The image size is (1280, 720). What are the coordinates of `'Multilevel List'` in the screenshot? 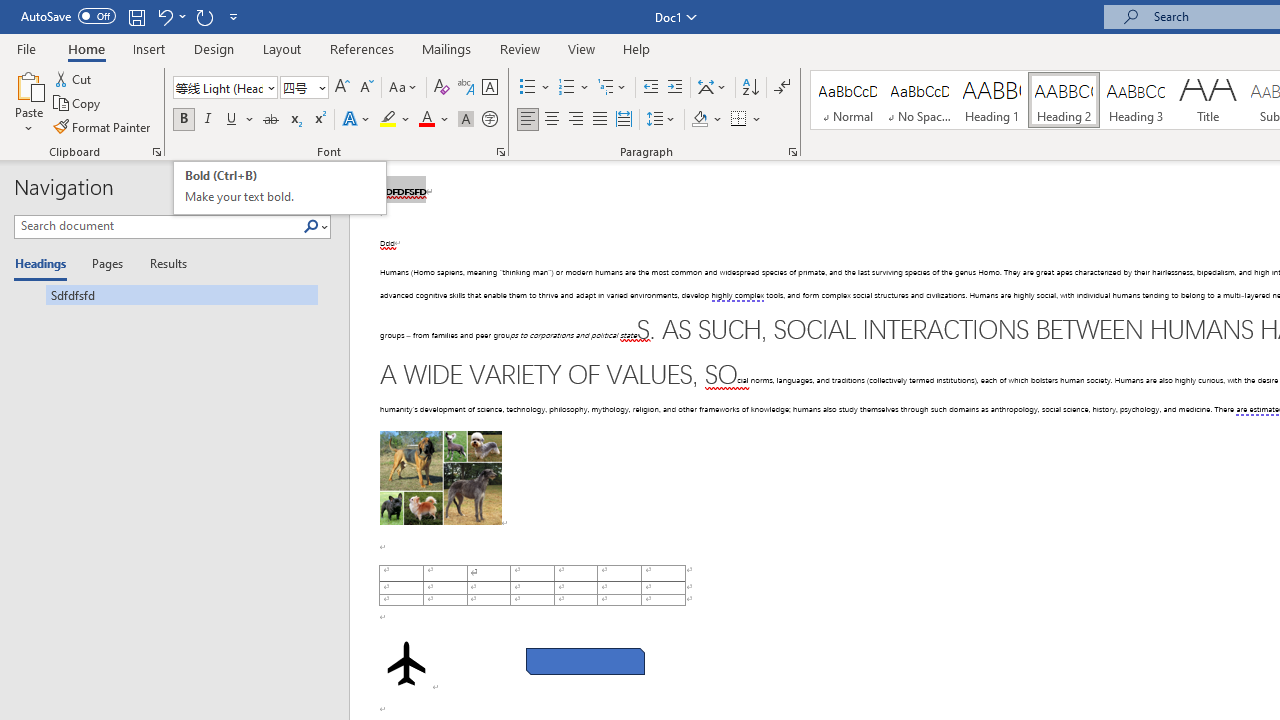 It's located at (612, 86).